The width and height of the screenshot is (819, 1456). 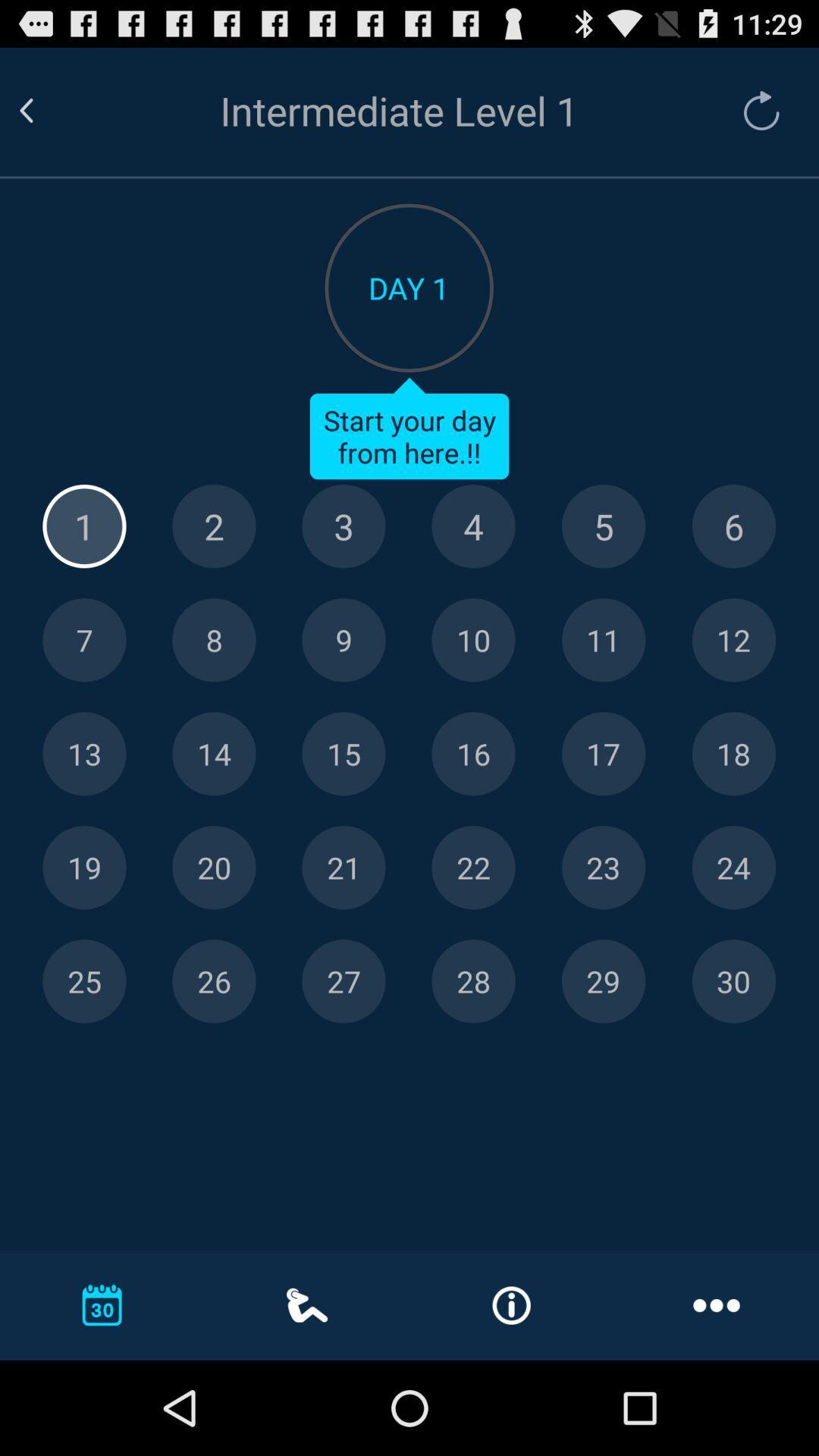 What do you see at coordinates (472, 754) in the screenshot?
I see `date on calendar` at bounding box center [472, 754].